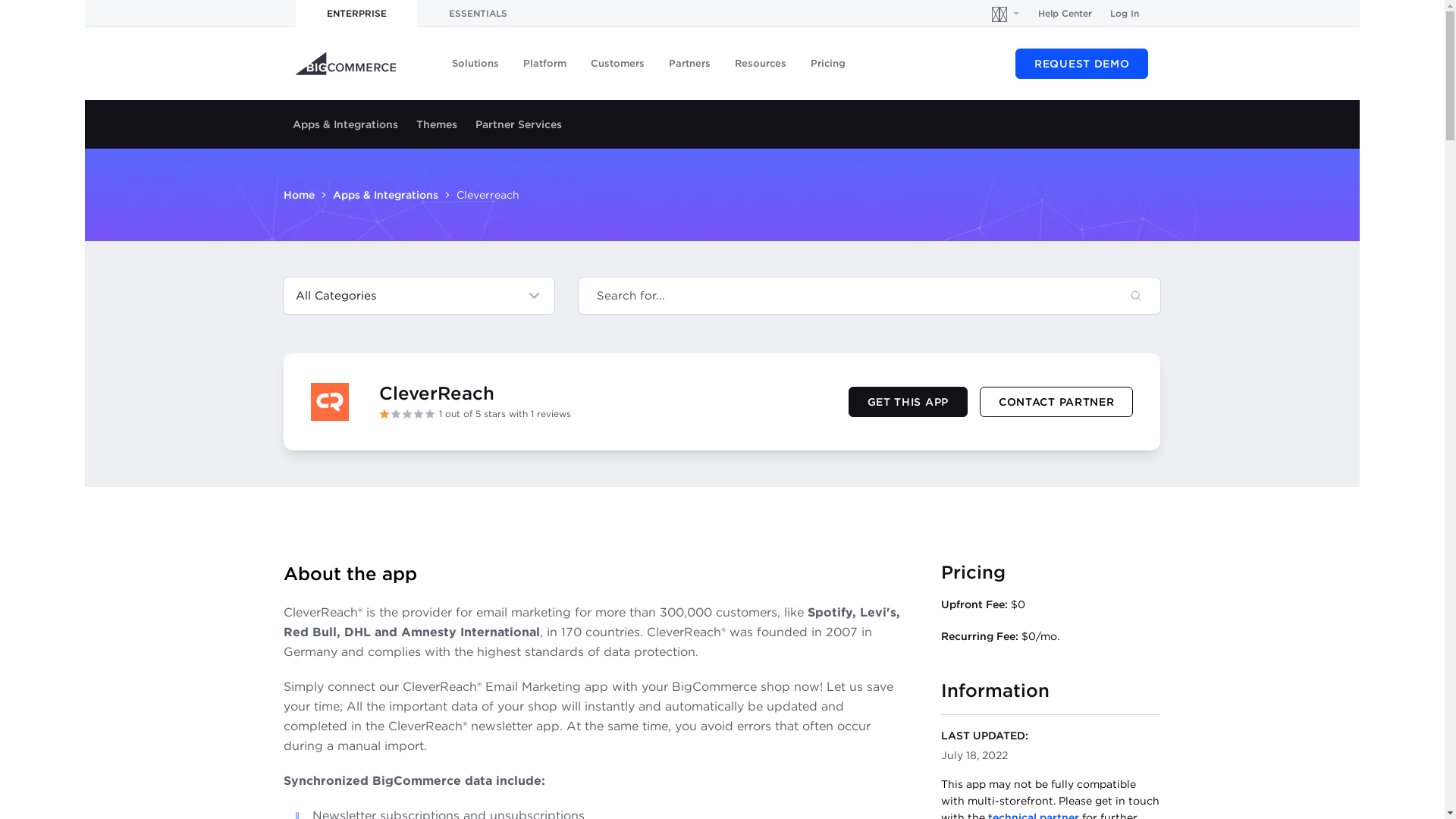 The width and height of the screenshot is (1456, 819). I want to click on 'Partner Services', so click(519, 124).